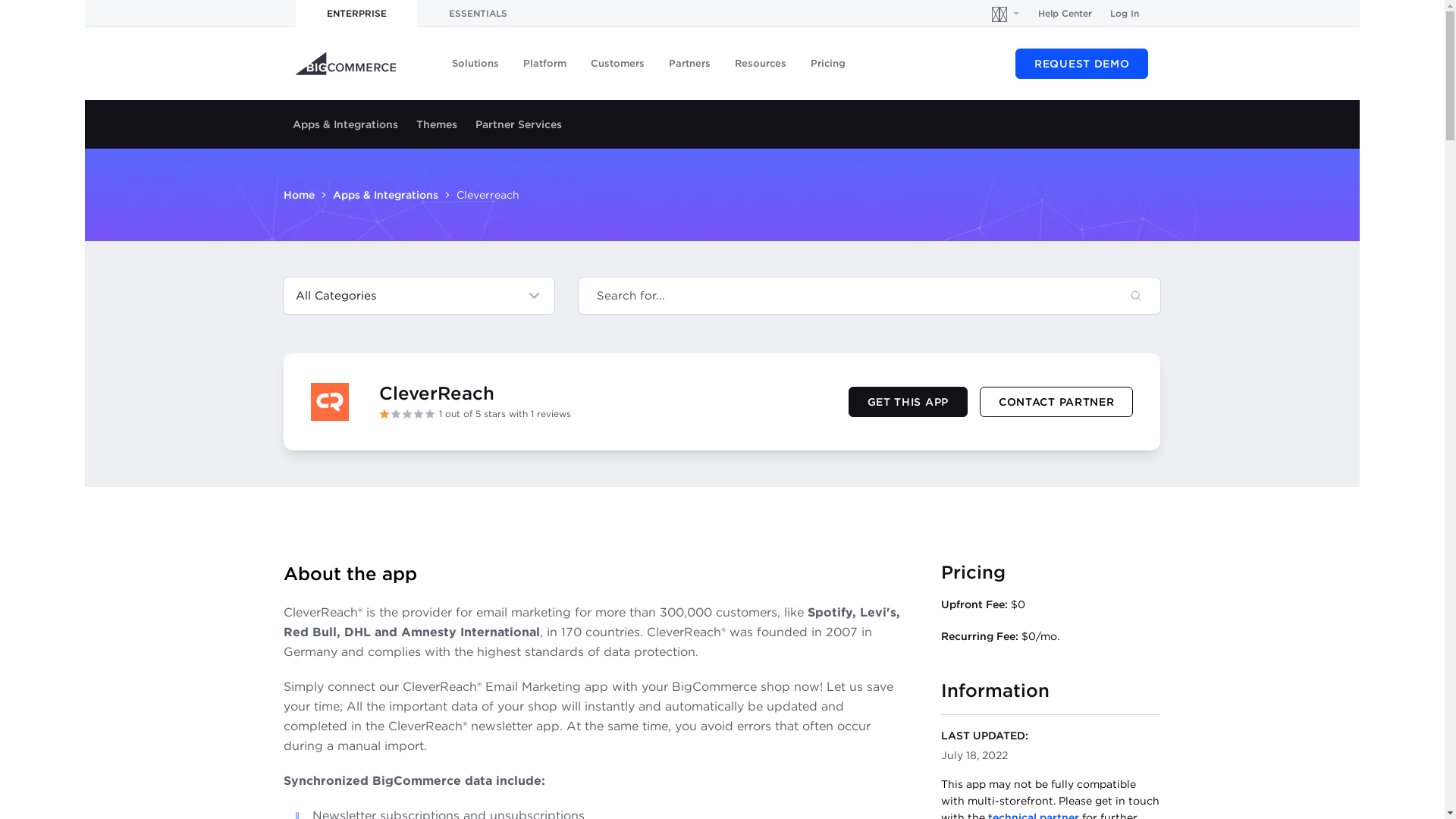 The width and height of the screenshot is (1456, 819). I want to click on 'Partner Services', so click(519, 124).